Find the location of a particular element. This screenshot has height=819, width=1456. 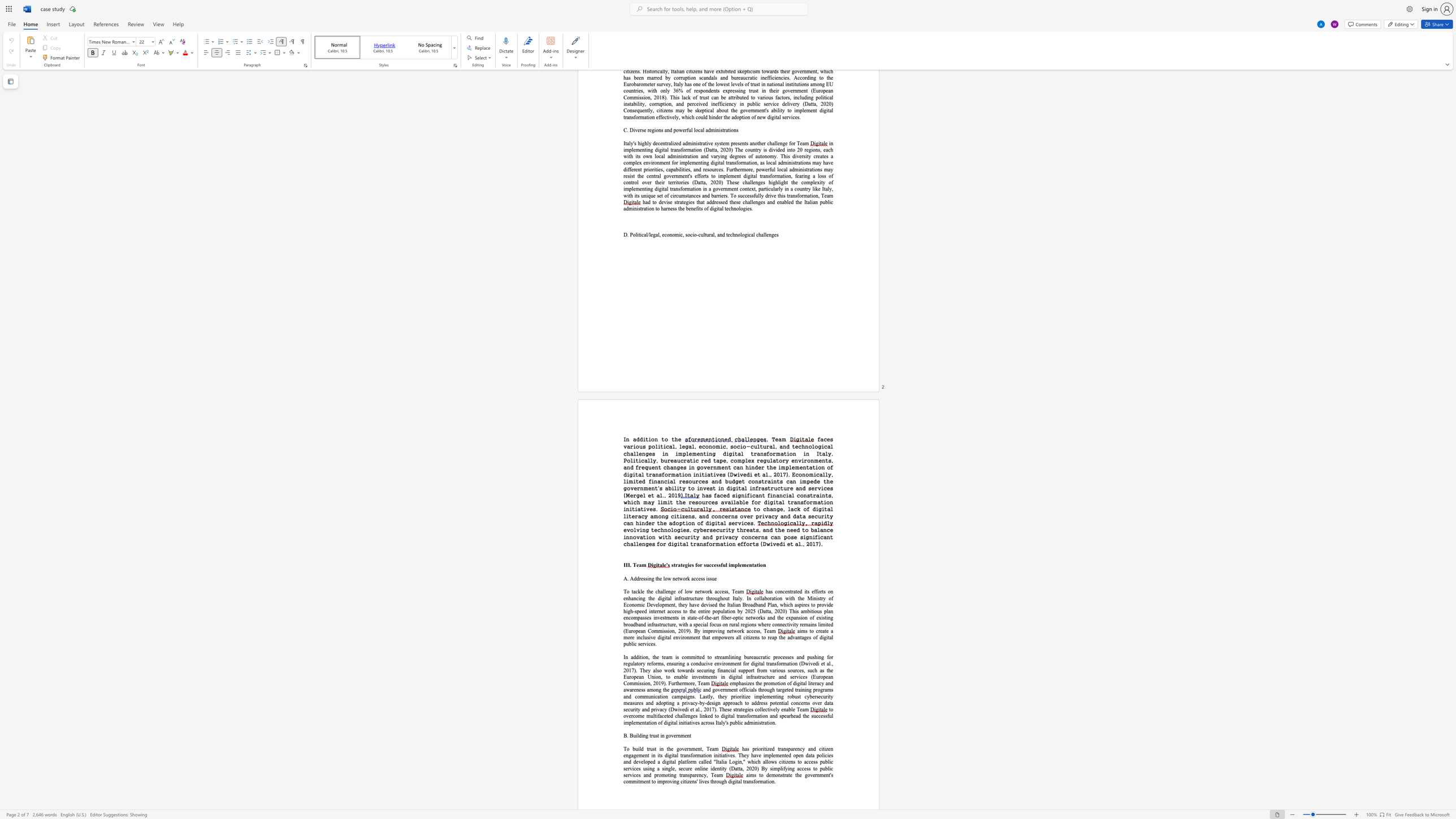

the subset text "al tra" within the text "ital transformation." is located at coordinates (738, 782).